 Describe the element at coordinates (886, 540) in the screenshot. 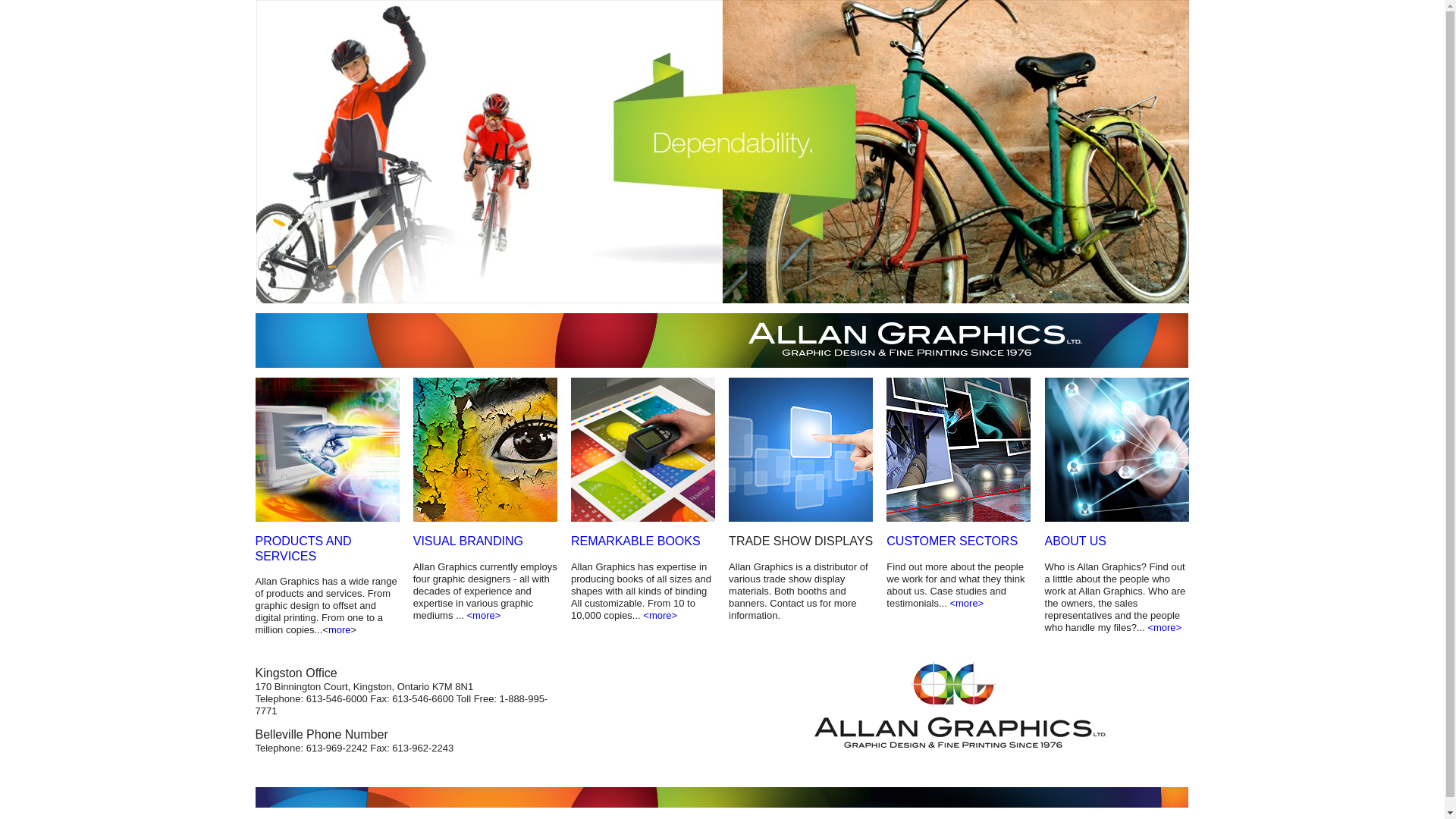

I see `'CUSTOMER SECTORS'` at that location.